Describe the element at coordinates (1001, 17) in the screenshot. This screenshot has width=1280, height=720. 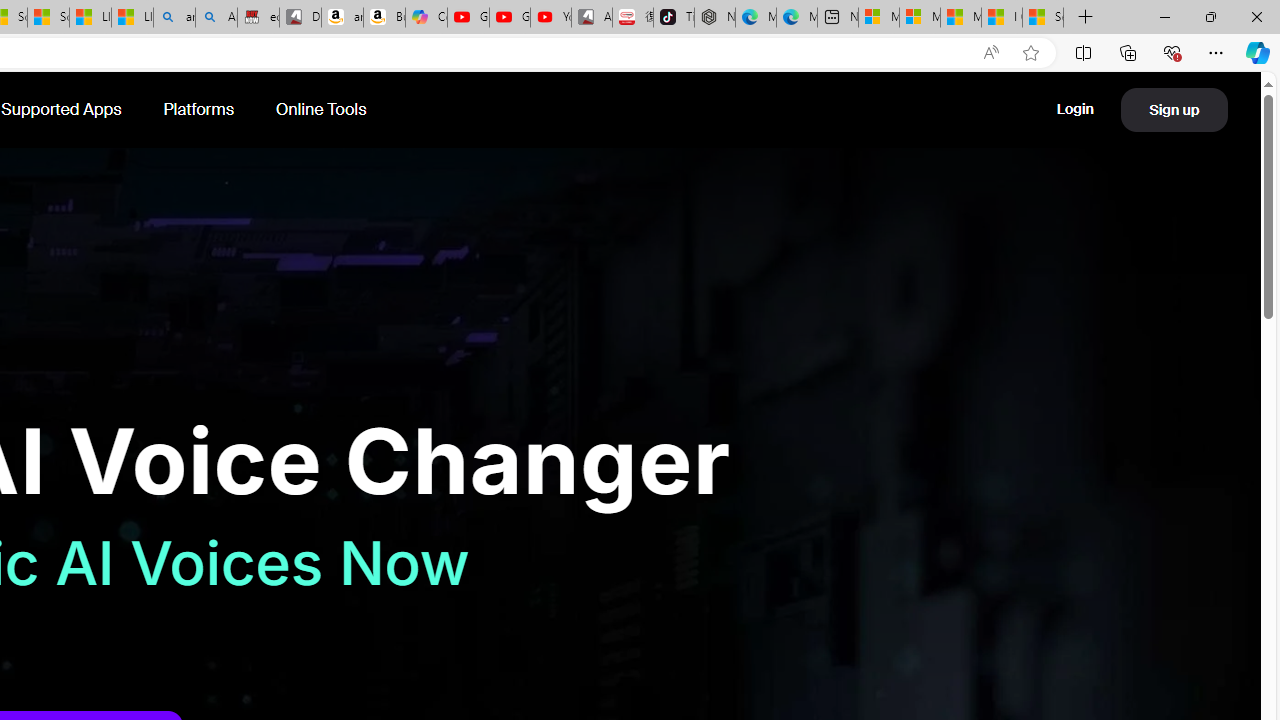
I see `'I Gained 20 Pounds of Muscle in 30 Days! | Watch'` at that location.